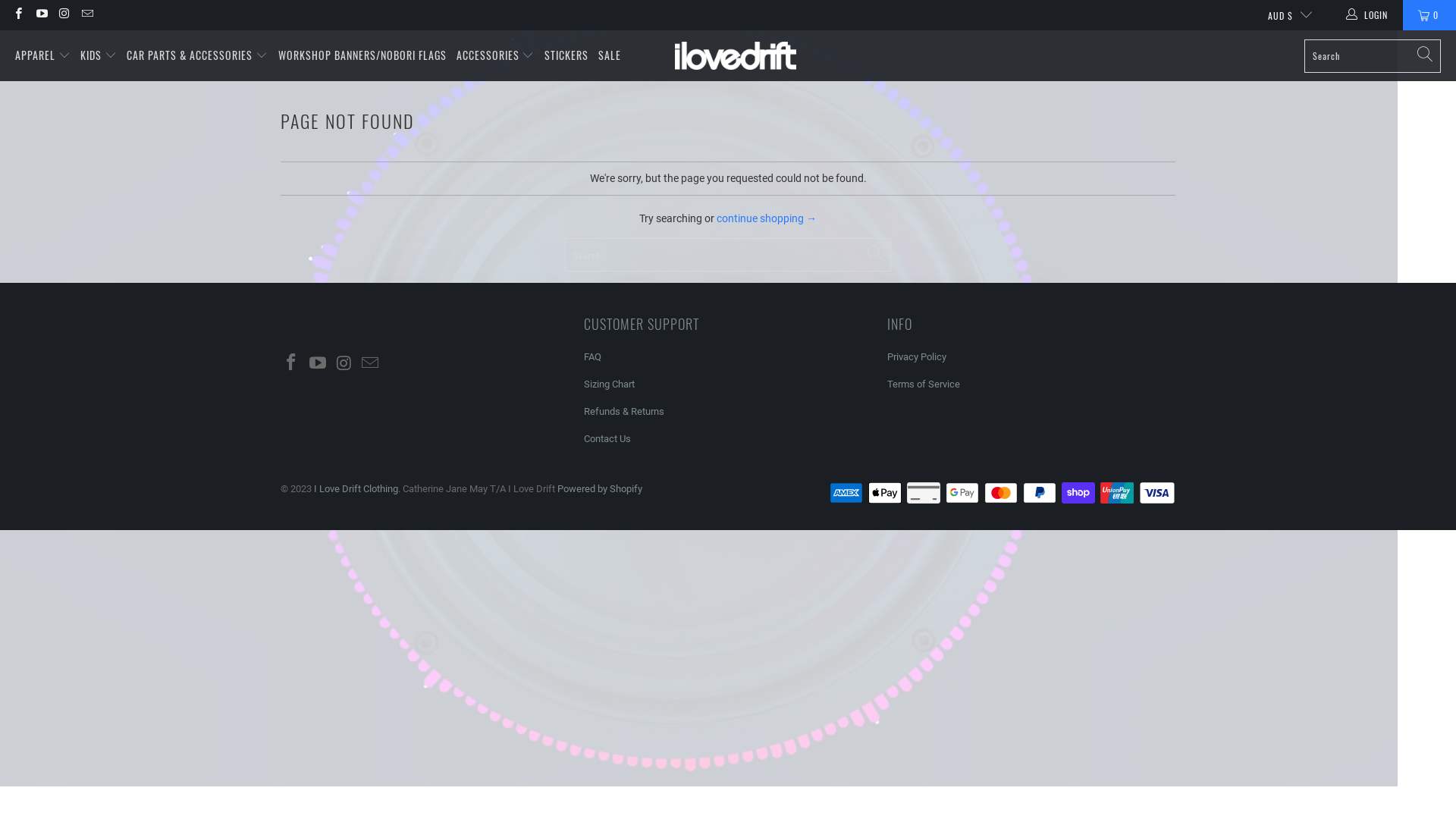 Image resolution: width=1456 pixels, height=819 pixels. I want to click on 'AUD $', so click(1283, 14).